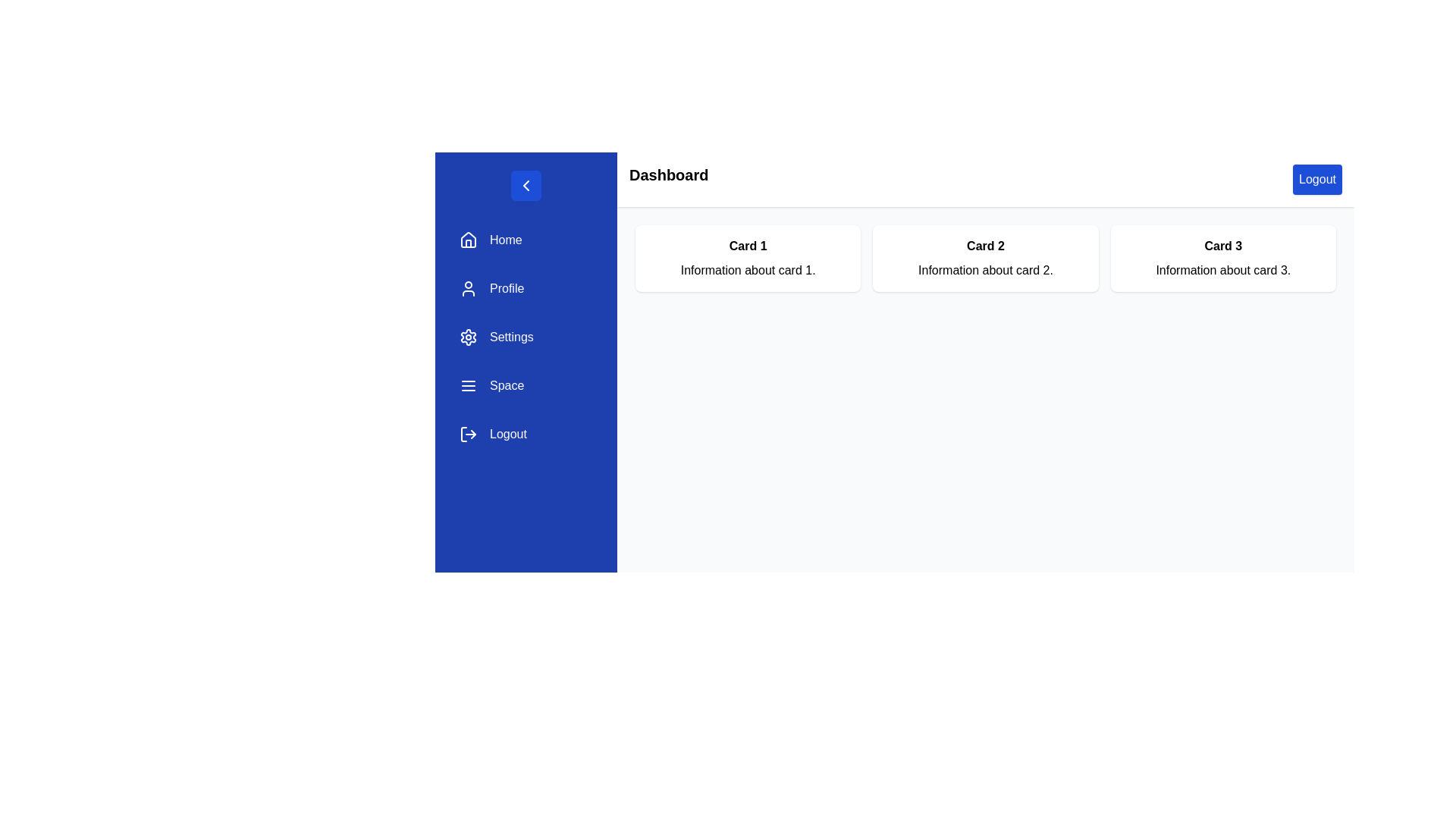 The image size is (1456, 819). What do you see at coordinates (508, 435) in the screenshot?
I see `label text for the logout option located in the sidebar menu, positioned to the right of the logout icon` at bounding box center [508, 435].